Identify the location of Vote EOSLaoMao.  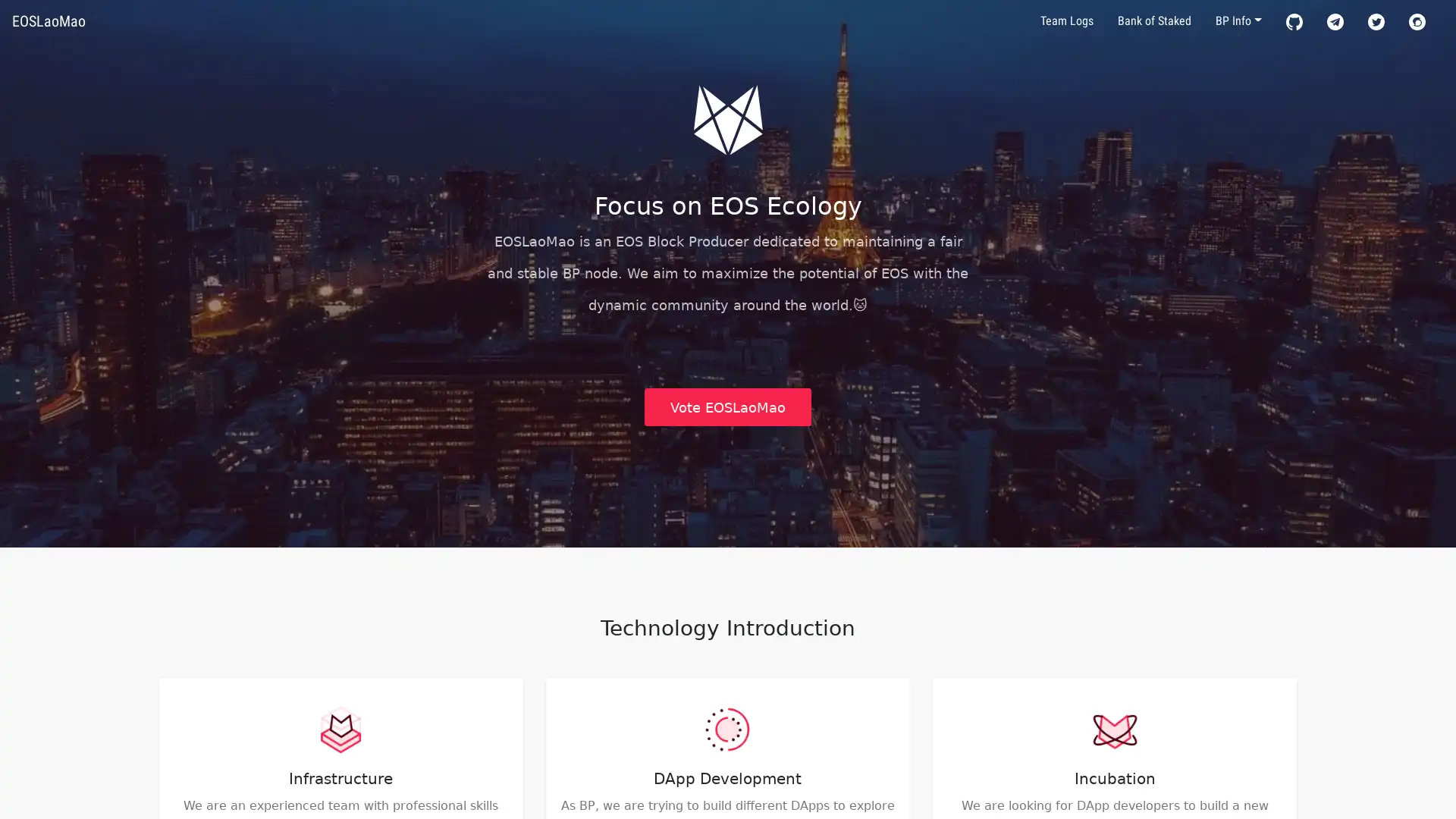
(726, 406).